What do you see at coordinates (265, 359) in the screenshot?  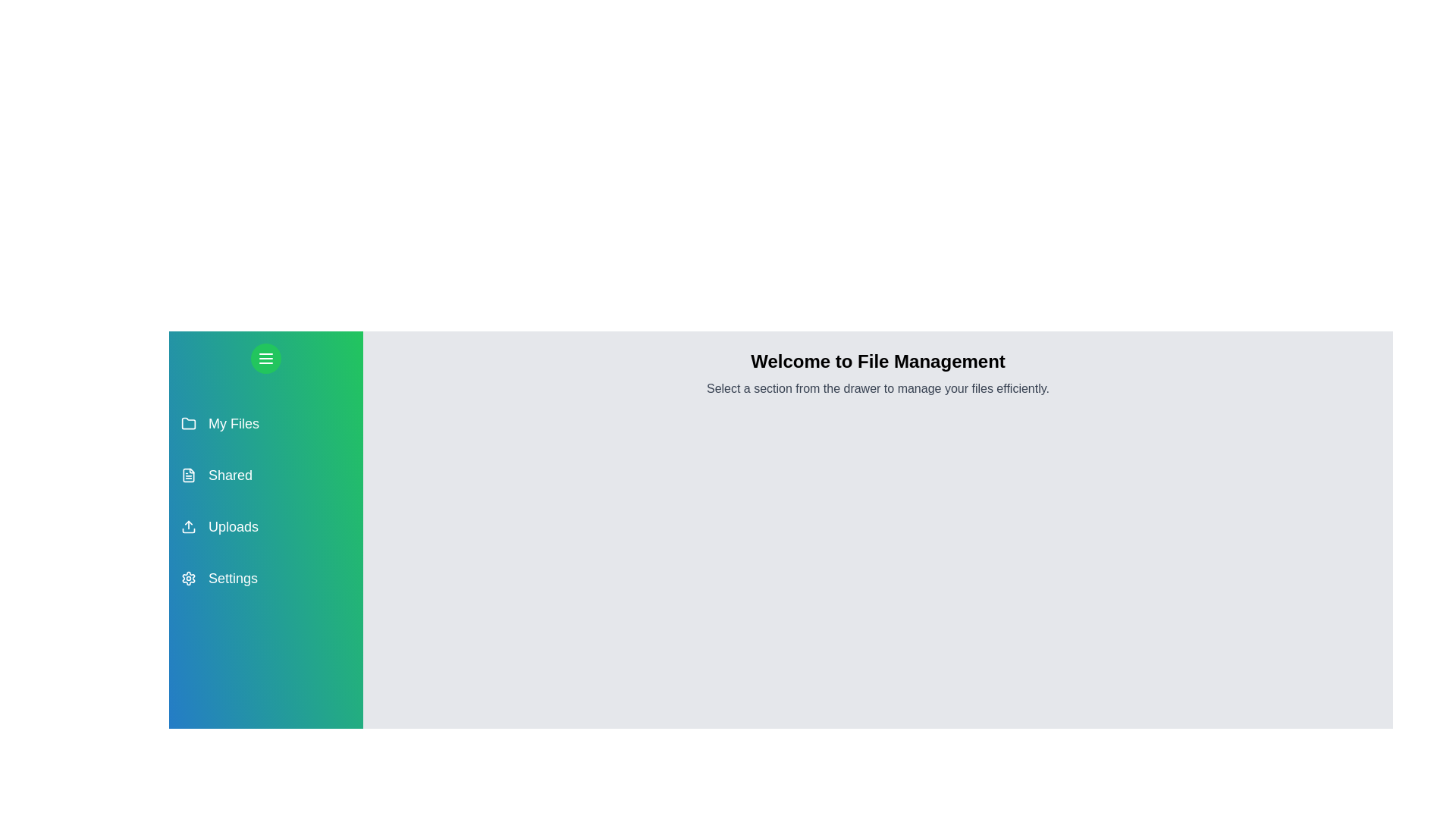 I see `the circular toggle button with the menu icon to toggle the drawer's state` at bounding box center [265, 359].